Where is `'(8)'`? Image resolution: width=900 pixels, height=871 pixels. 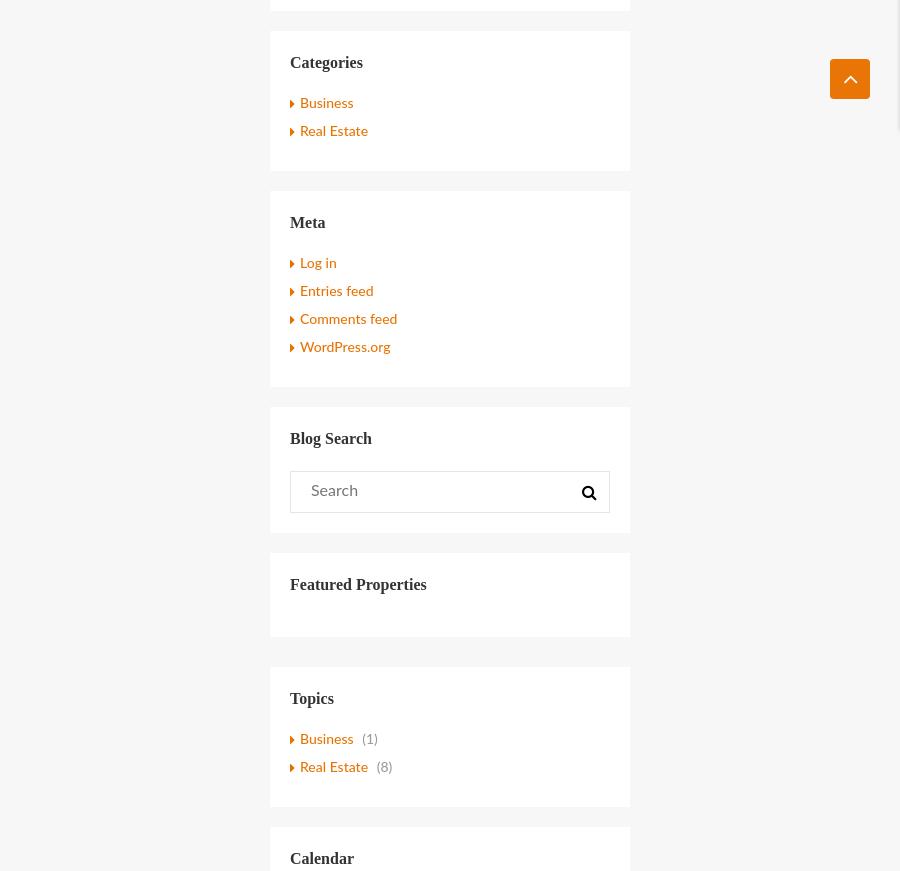 '(8)' is located at coordinates (382, 767).